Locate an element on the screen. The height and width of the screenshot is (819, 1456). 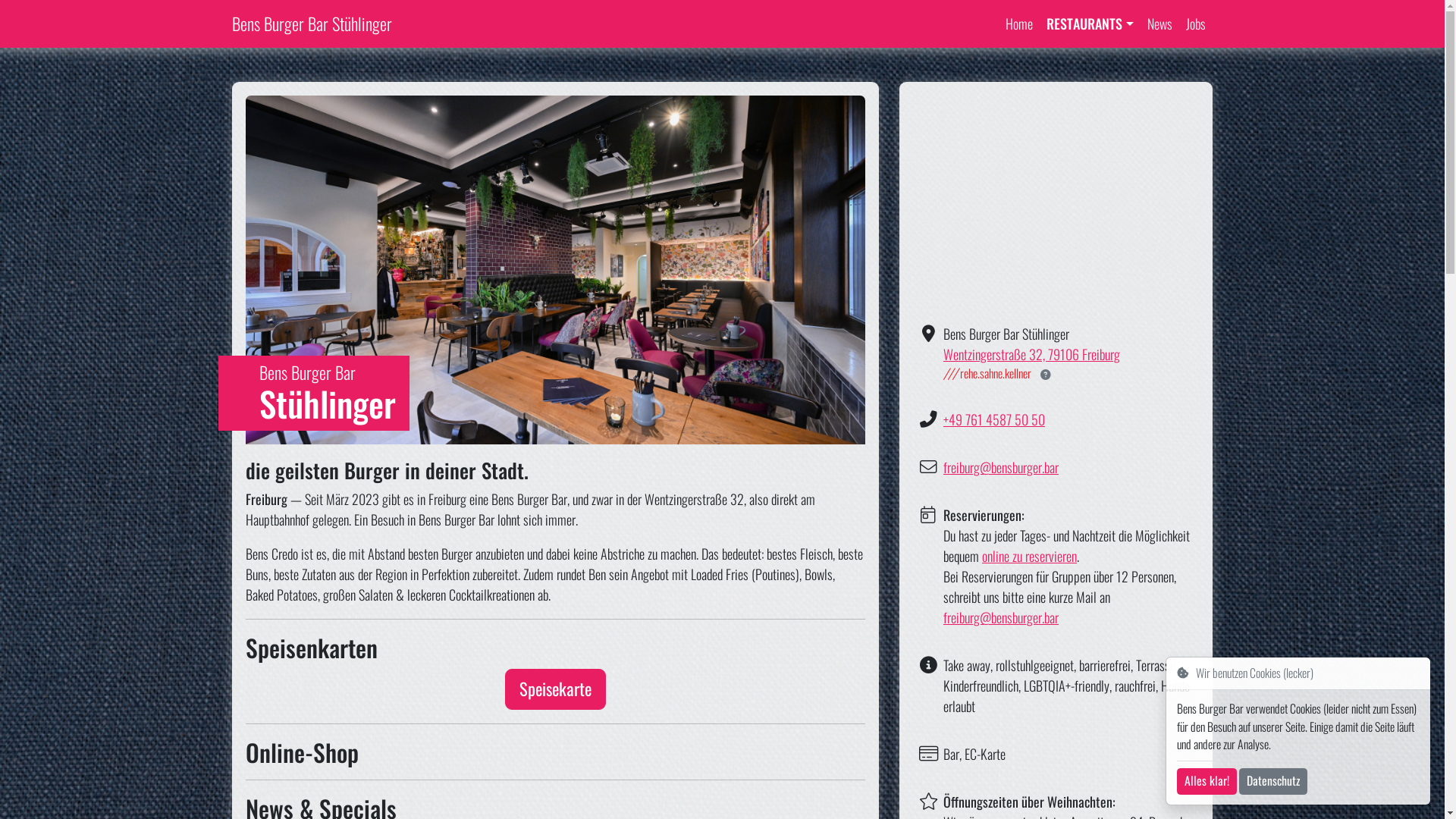
'Speisekarte' is located at coordinates (554, 689).